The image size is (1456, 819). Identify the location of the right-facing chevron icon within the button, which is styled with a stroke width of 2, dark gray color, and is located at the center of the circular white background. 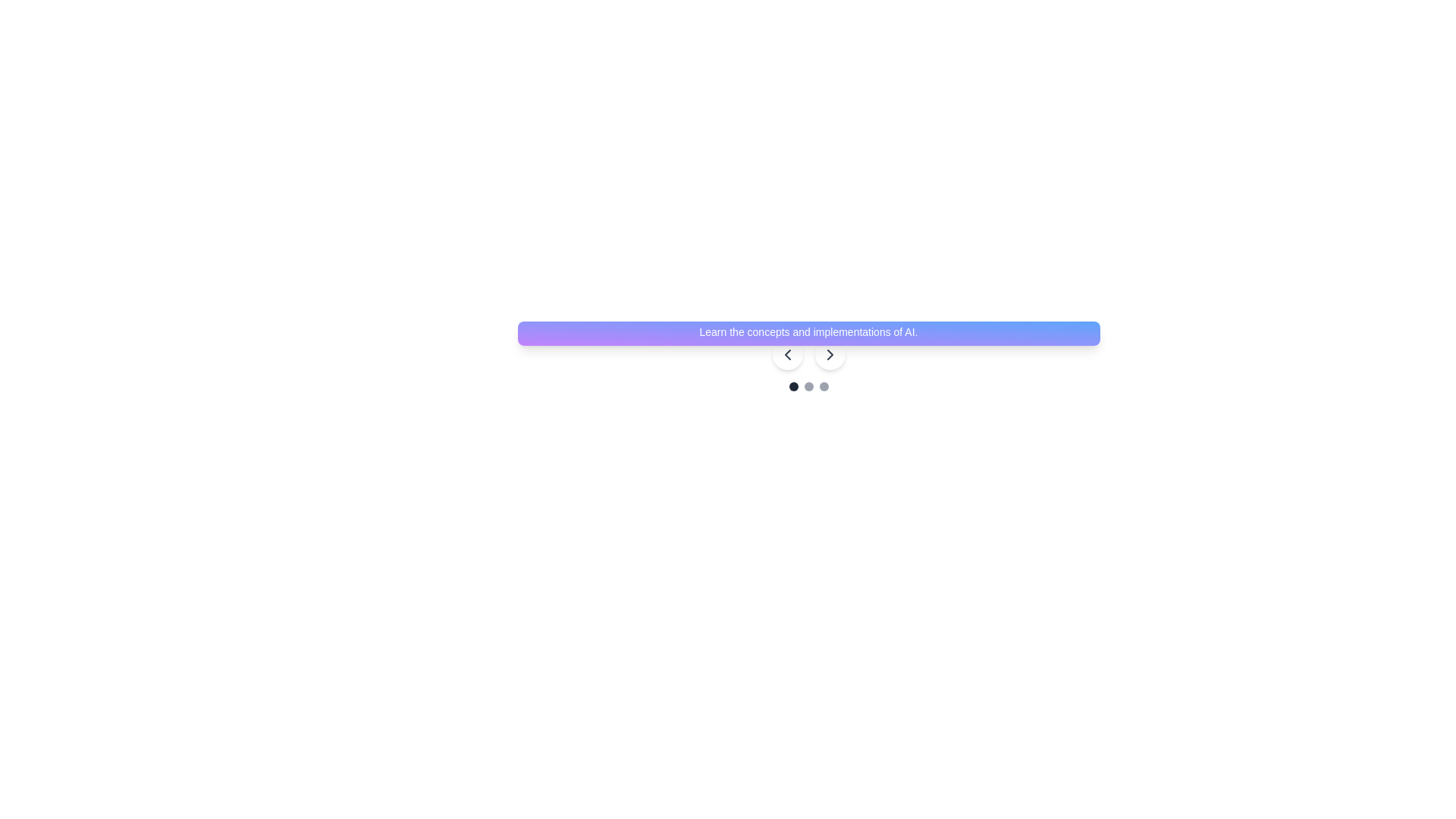
(829, 354).